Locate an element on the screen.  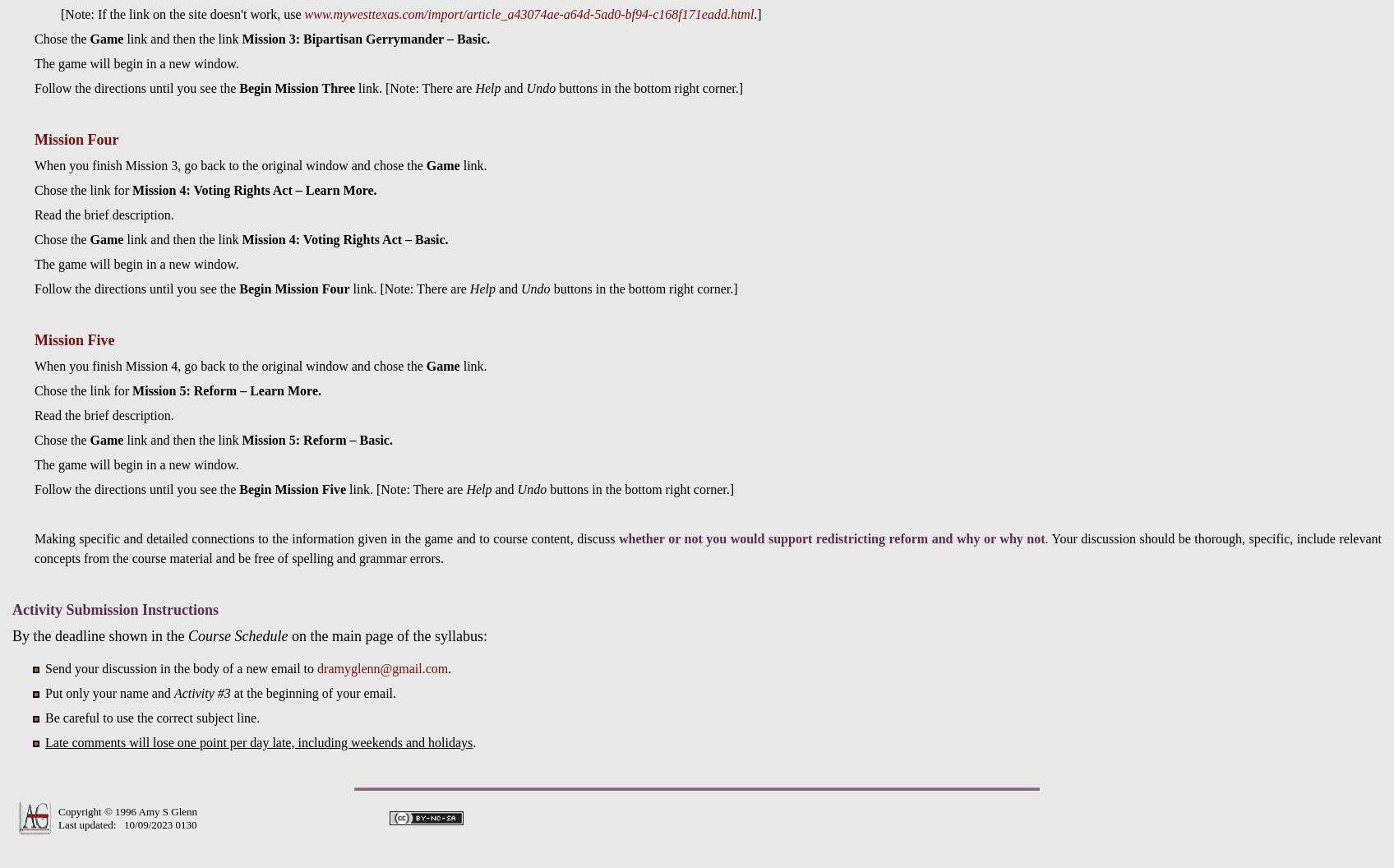
'Last updated:   10/09/2023 0130' is located at coordinates (127, 823).